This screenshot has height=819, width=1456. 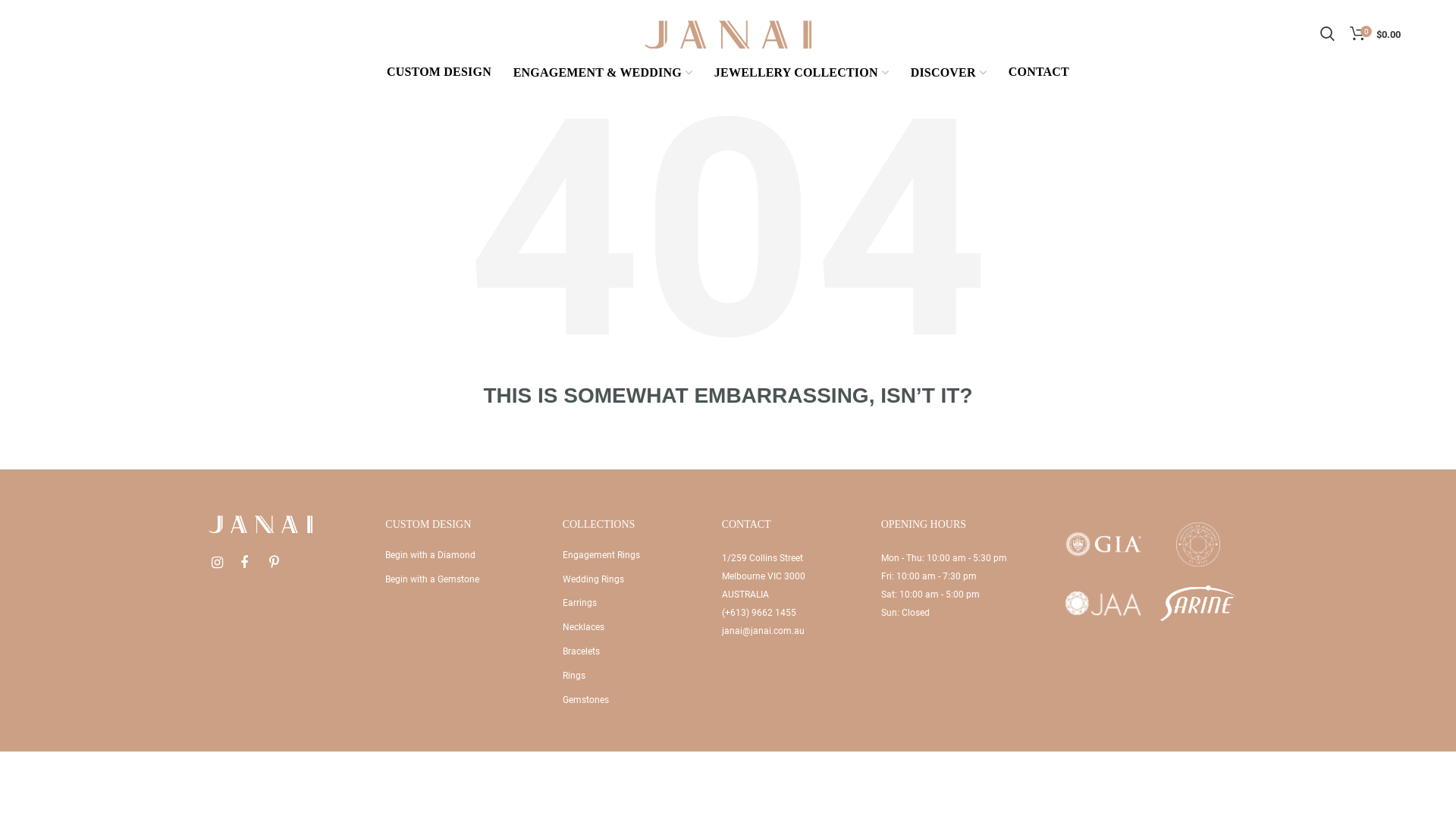 I want to click on 'ENGAGEMENT & WEDDING', so click(x=602, y=74).